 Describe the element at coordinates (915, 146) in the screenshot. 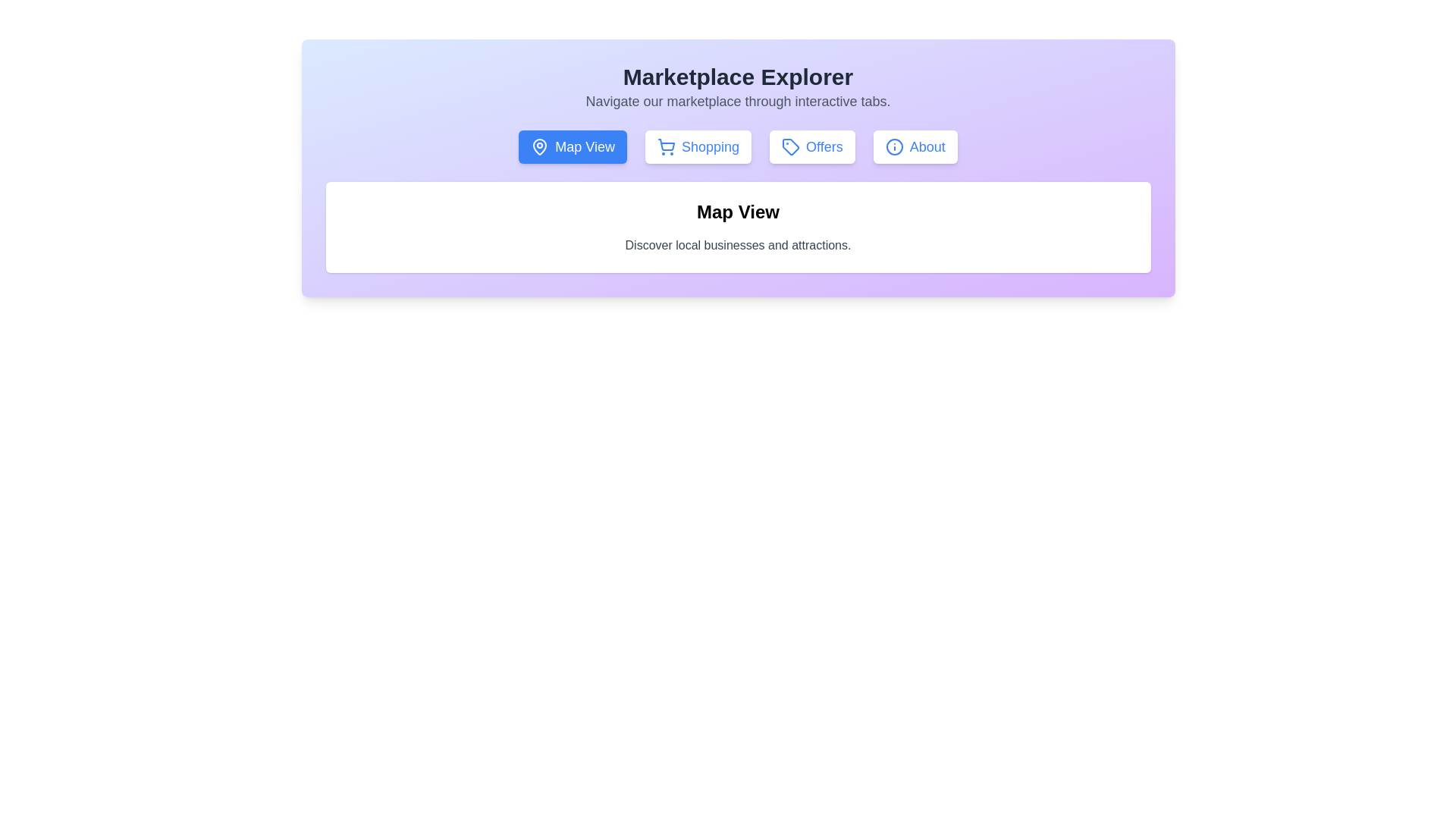

I see `the tab labeled About to view its content` at that location.